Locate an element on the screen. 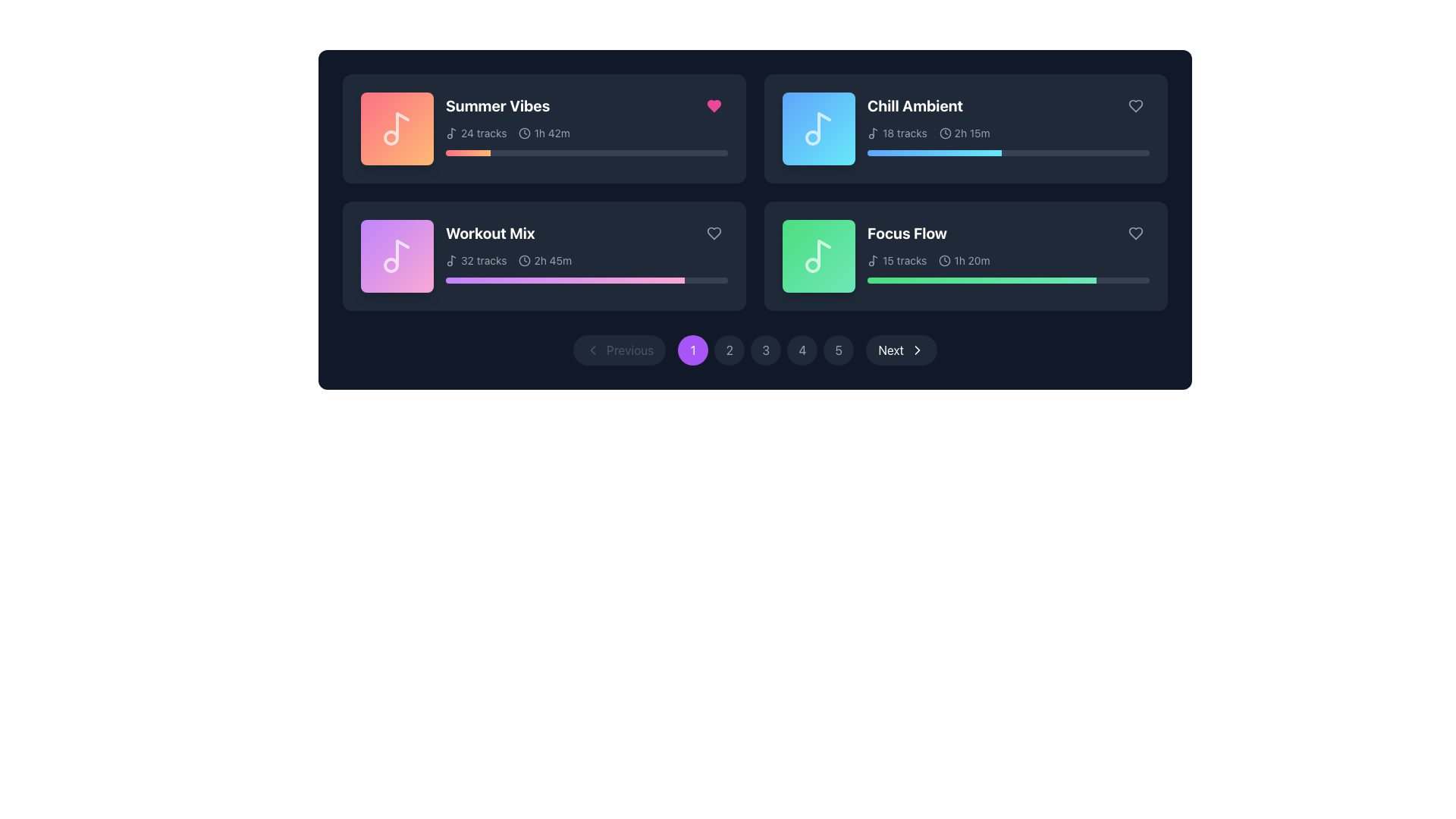 This screenshot has height=819, width=1456. the Progress Indicator located within the progress bar under the 'Summer Vibes' section of the '24 tracks' playlist, which visually represents the completion status of audio content is located at coordinates (467, 152).